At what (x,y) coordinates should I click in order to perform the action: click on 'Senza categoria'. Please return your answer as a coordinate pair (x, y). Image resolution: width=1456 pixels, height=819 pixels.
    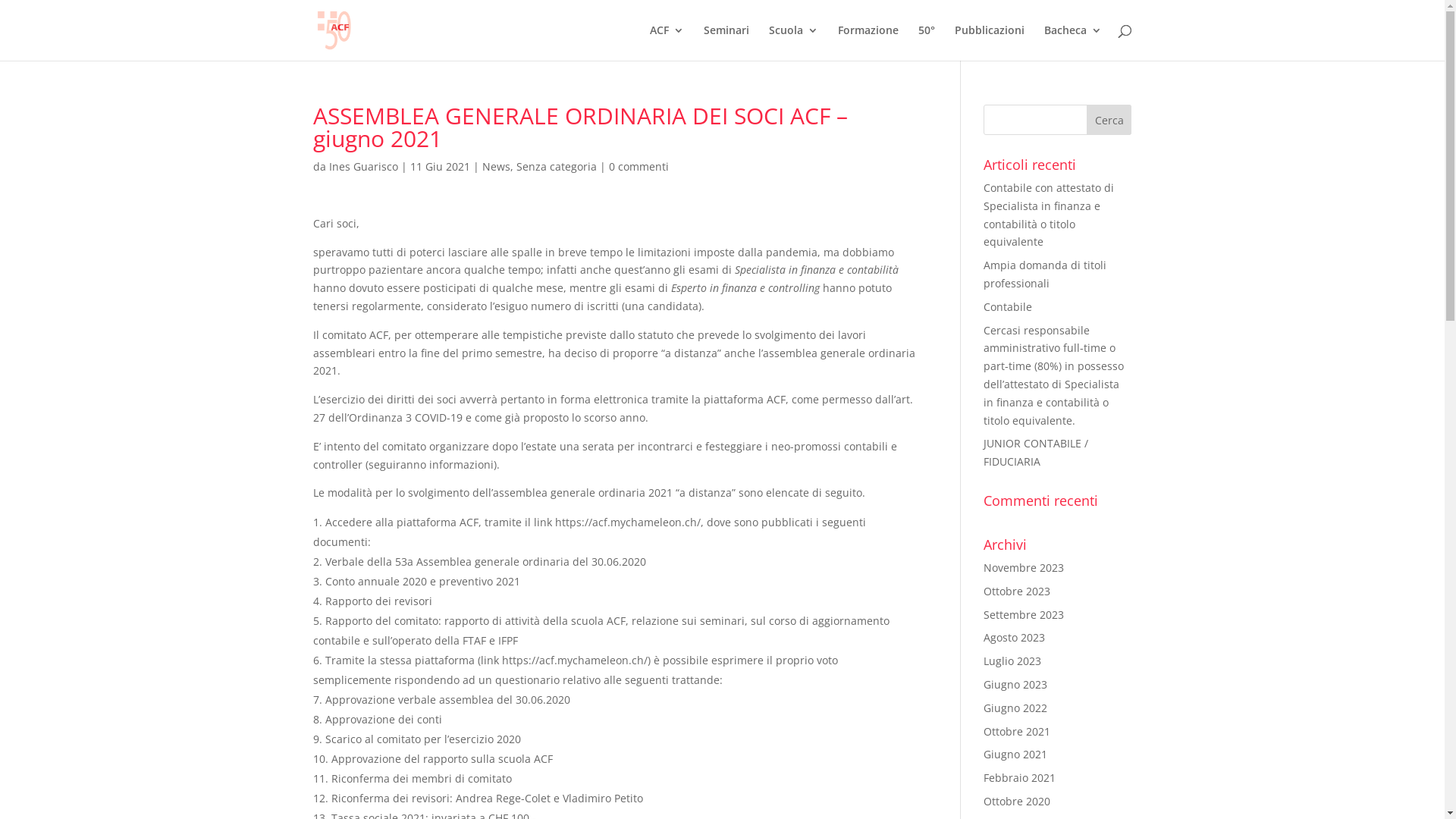
    Looking at the image, I should click on (555, 166).